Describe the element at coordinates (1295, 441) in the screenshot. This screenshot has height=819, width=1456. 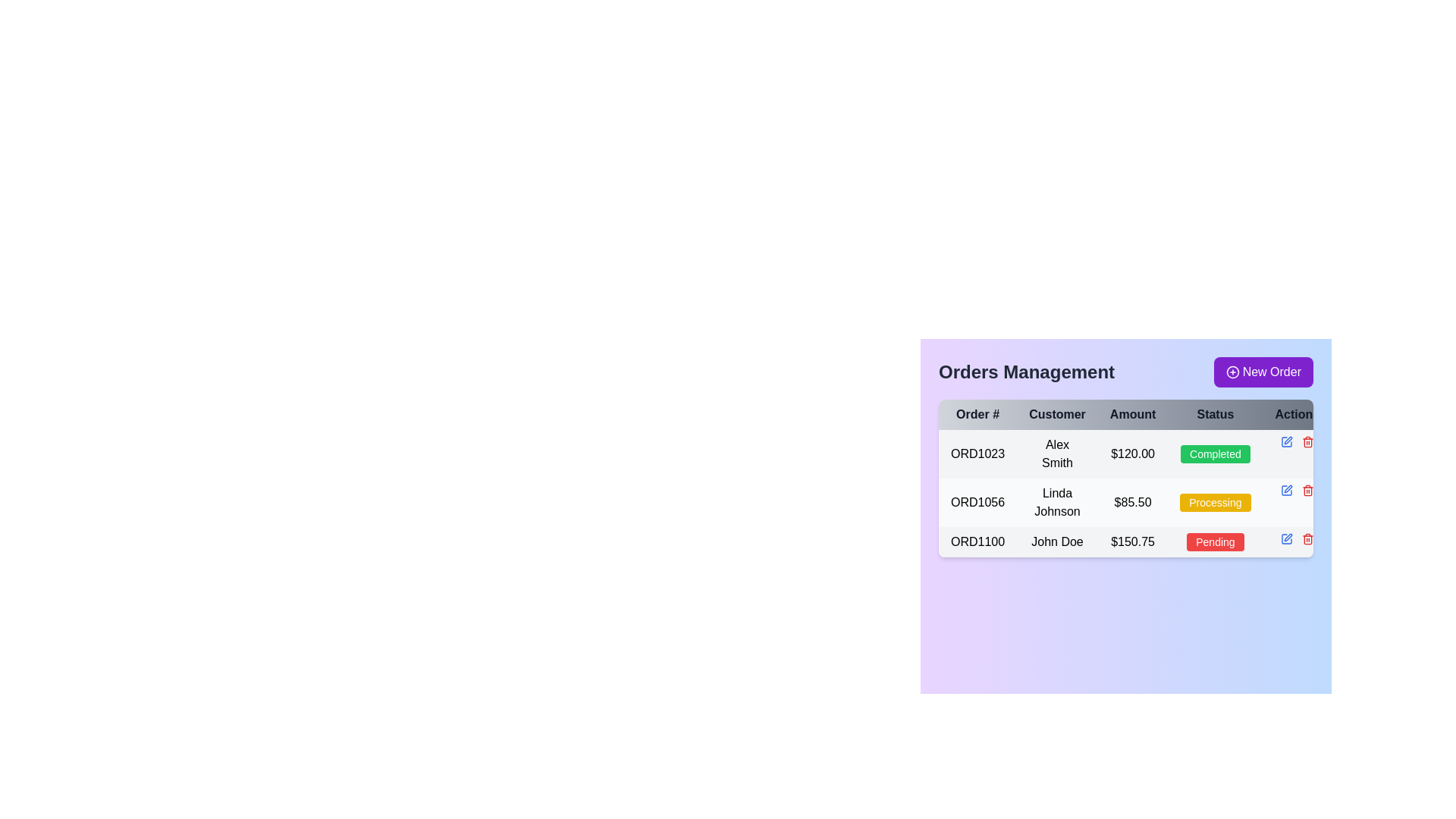
I see `the trash can icon in the Action column of the order ORD1023` at that location.